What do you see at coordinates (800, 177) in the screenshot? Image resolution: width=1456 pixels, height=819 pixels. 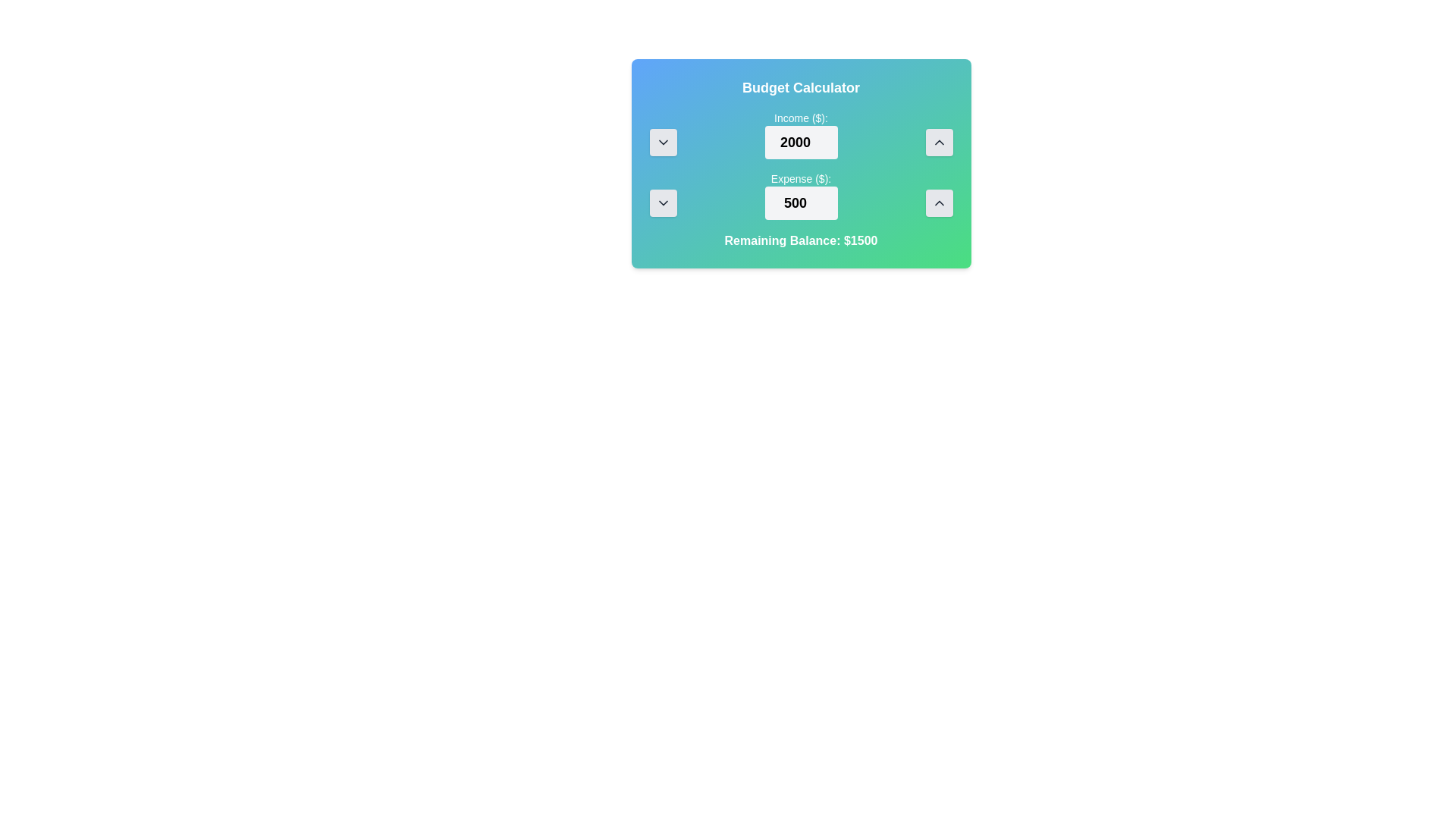 I see `the text label that describes the numeric input field for expenses in dollars` at bounding box center [800, 177].